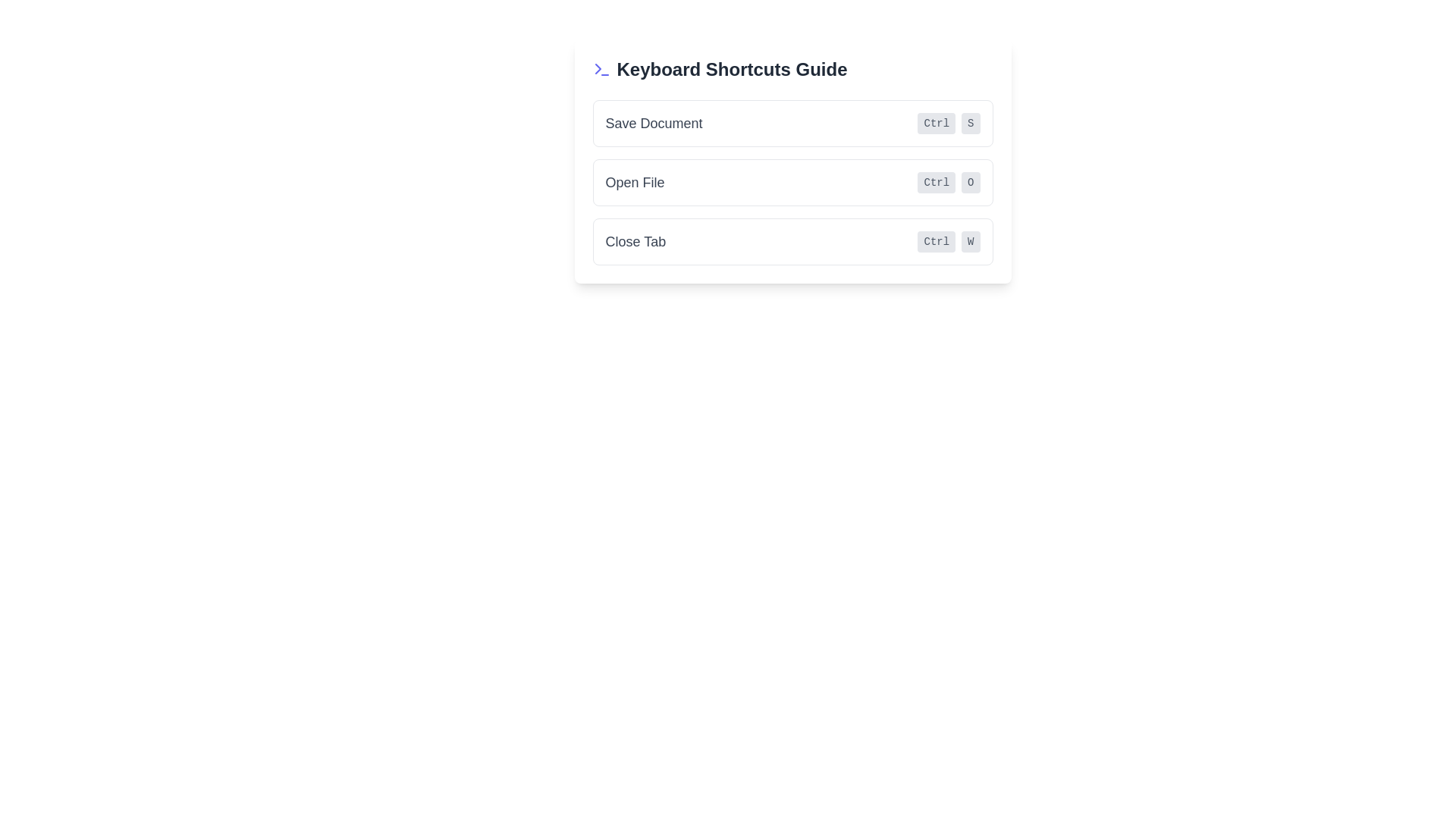 The height and width of the screenshot is (819, 1456). I want to click on the informational button for closing a tab, which is the third element in the 'Keyboard Shortcuts Guide' list, located below 'Save Document' and 'Open File', so click(792, 241).